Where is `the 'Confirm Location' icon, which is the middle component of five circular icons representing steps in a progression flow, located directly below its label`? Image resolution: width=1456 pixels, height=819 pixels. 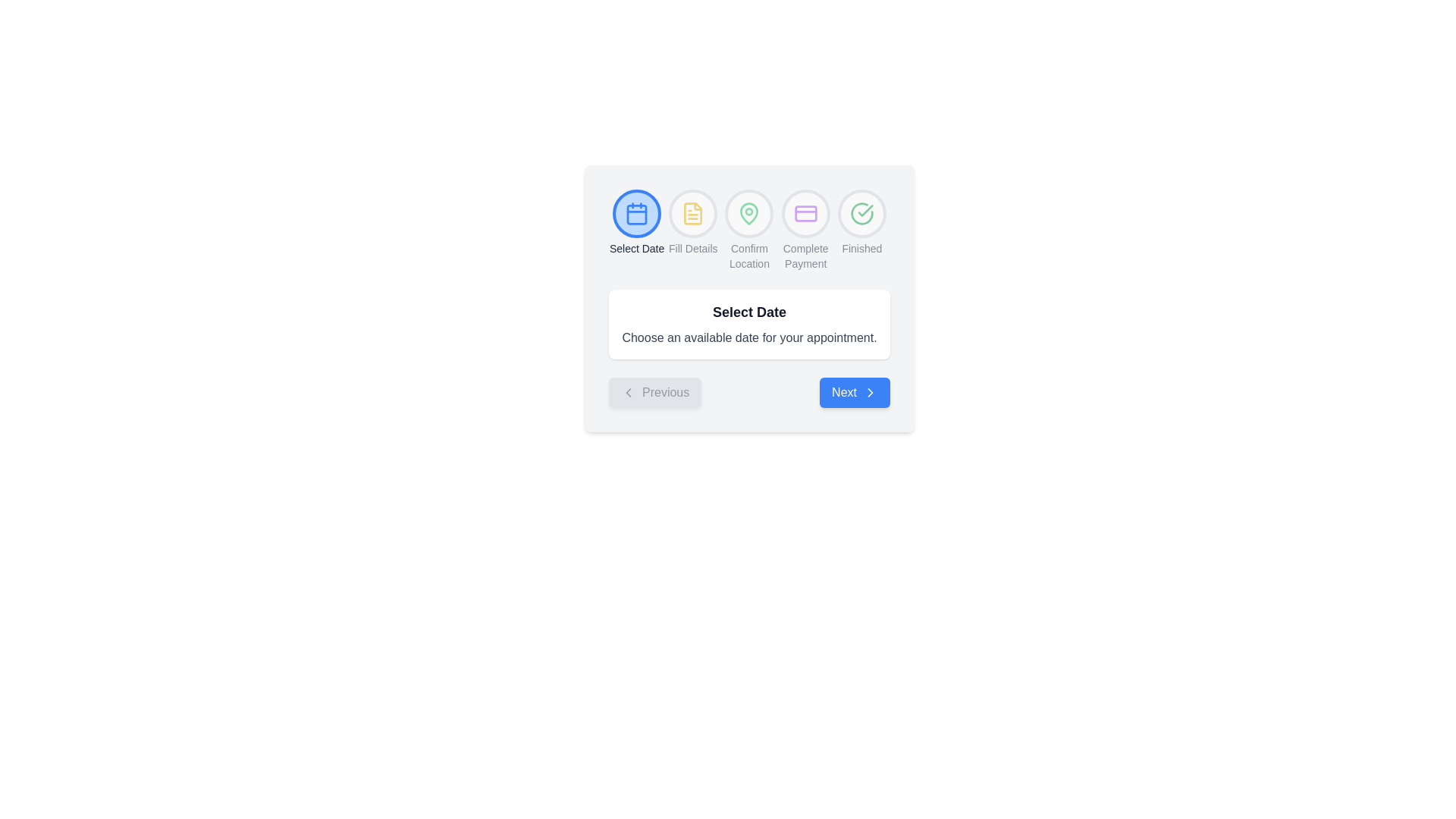 the 'Confirm Location' icon, which is the middle component of five circular icons representing steps in a progression flow, located directly below its label is located at coordinates (749, 213).